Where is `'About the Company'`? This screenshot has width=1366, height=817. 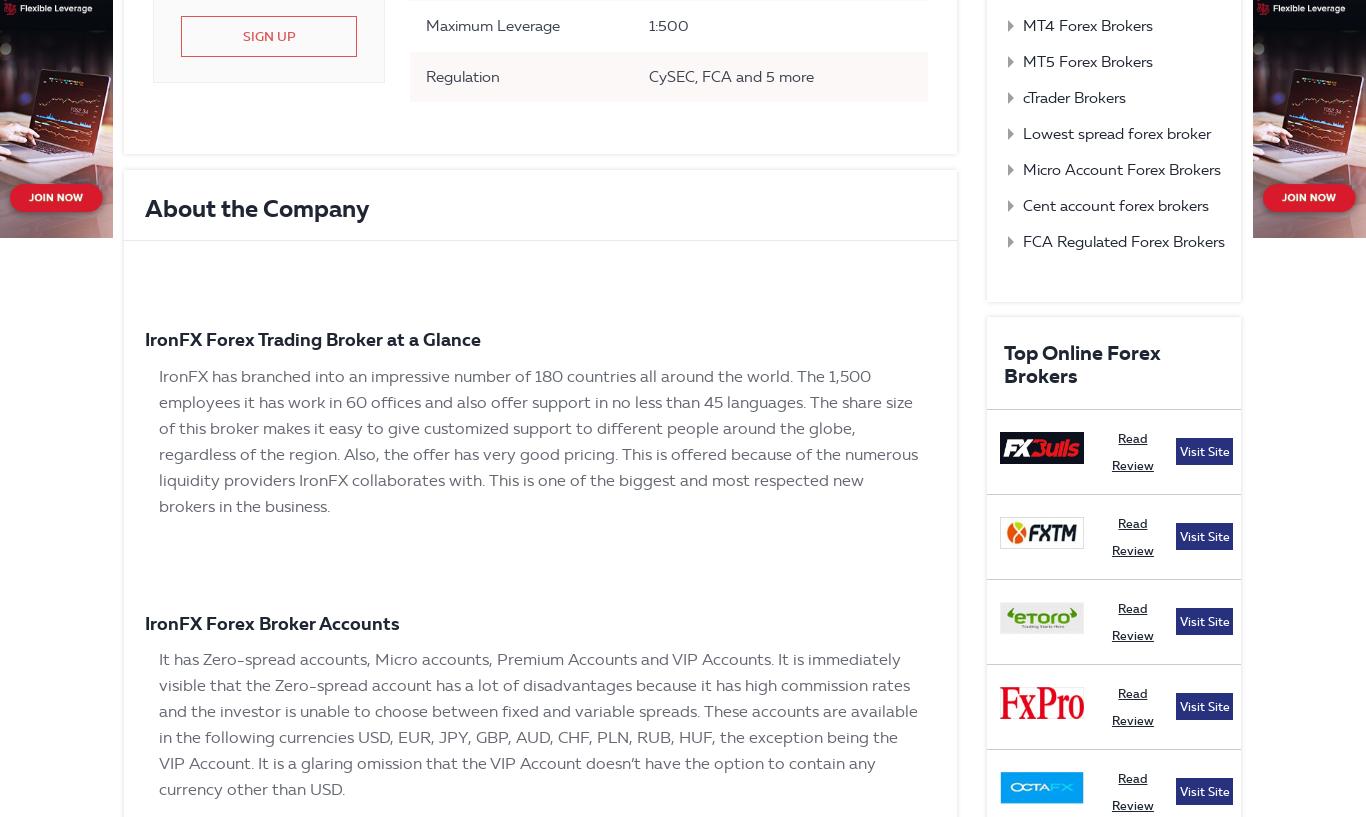 'About the Company' is located at coordinates (143, 207).